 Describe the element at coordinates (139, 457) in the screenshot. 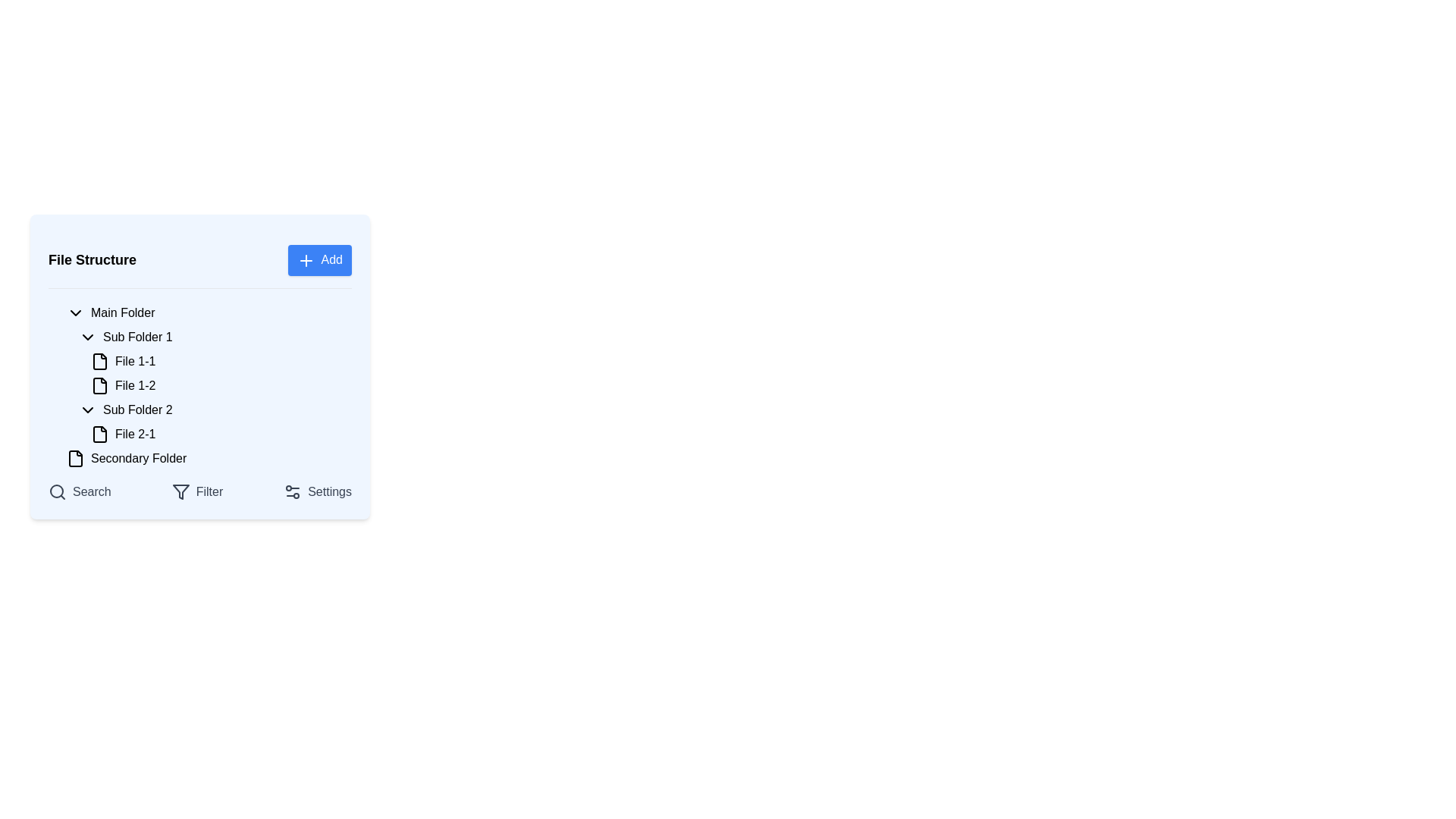

I see `the text label 'Secondary Folder'` at that location.